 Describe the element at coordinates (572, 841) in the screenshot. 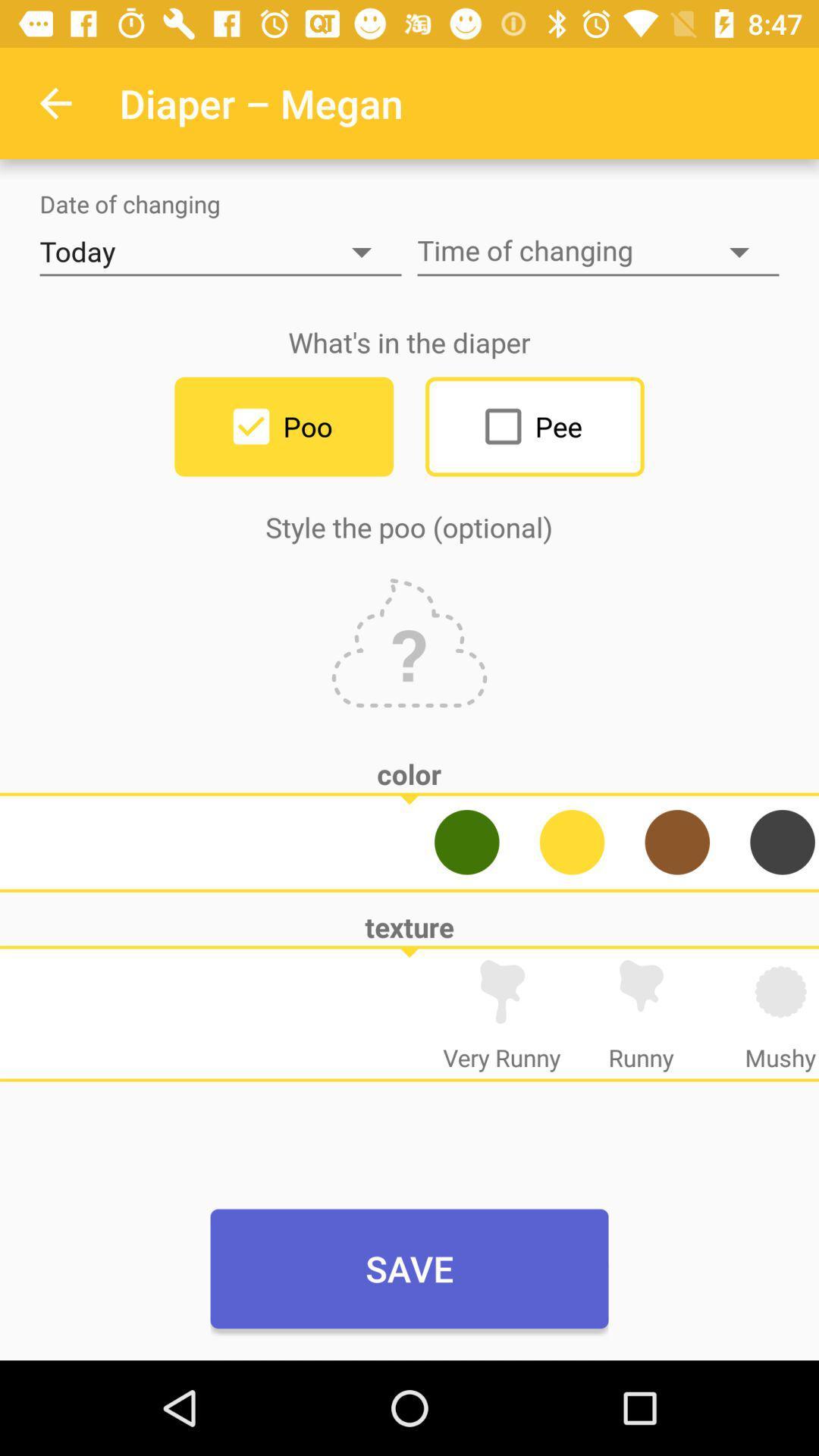

I see `the avatar icon` at that location.